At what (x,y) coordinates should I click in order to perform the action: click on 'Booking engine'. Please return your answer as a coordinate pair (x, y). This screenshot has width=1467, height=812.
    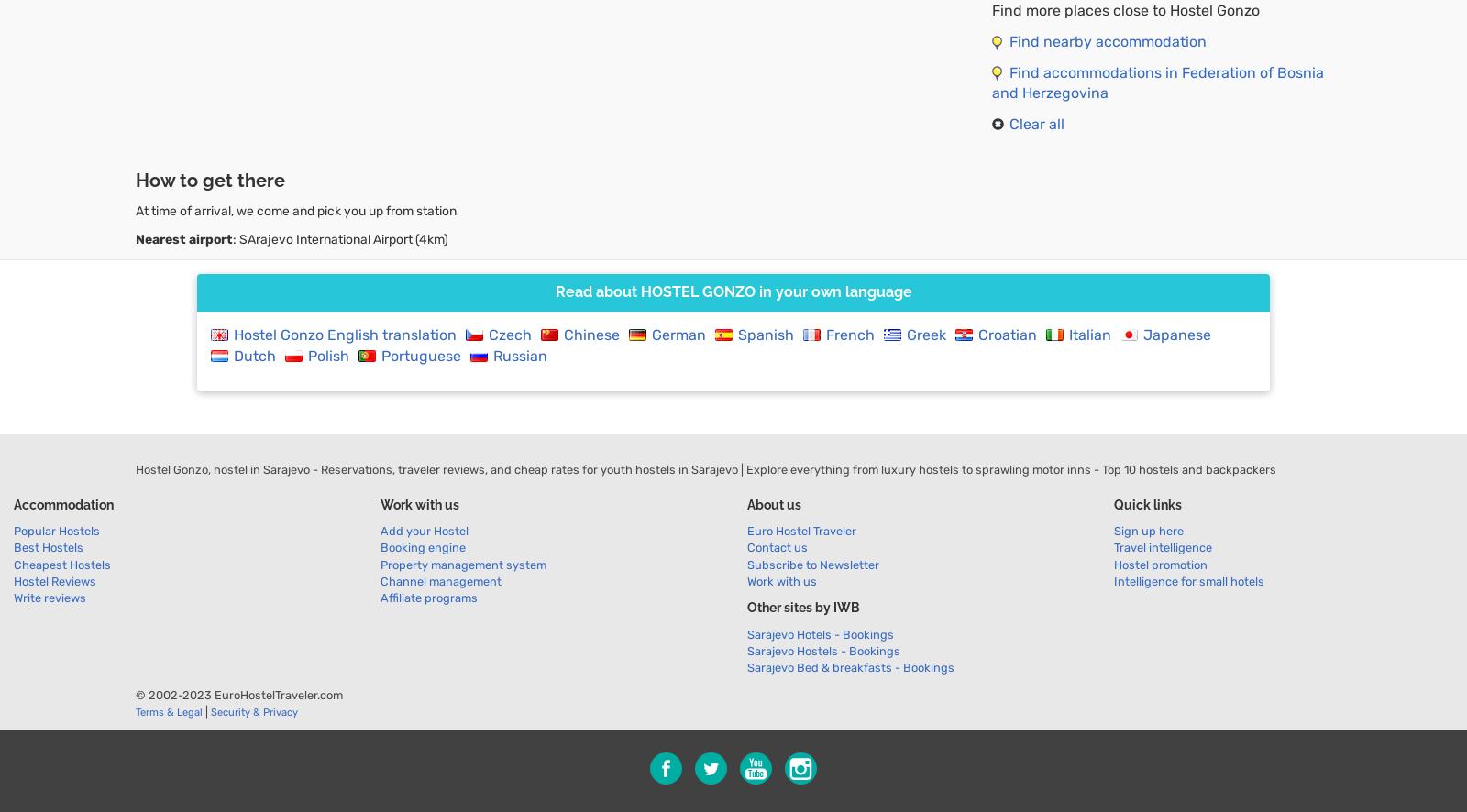
    Looking at the image, I should click on (422, 546).